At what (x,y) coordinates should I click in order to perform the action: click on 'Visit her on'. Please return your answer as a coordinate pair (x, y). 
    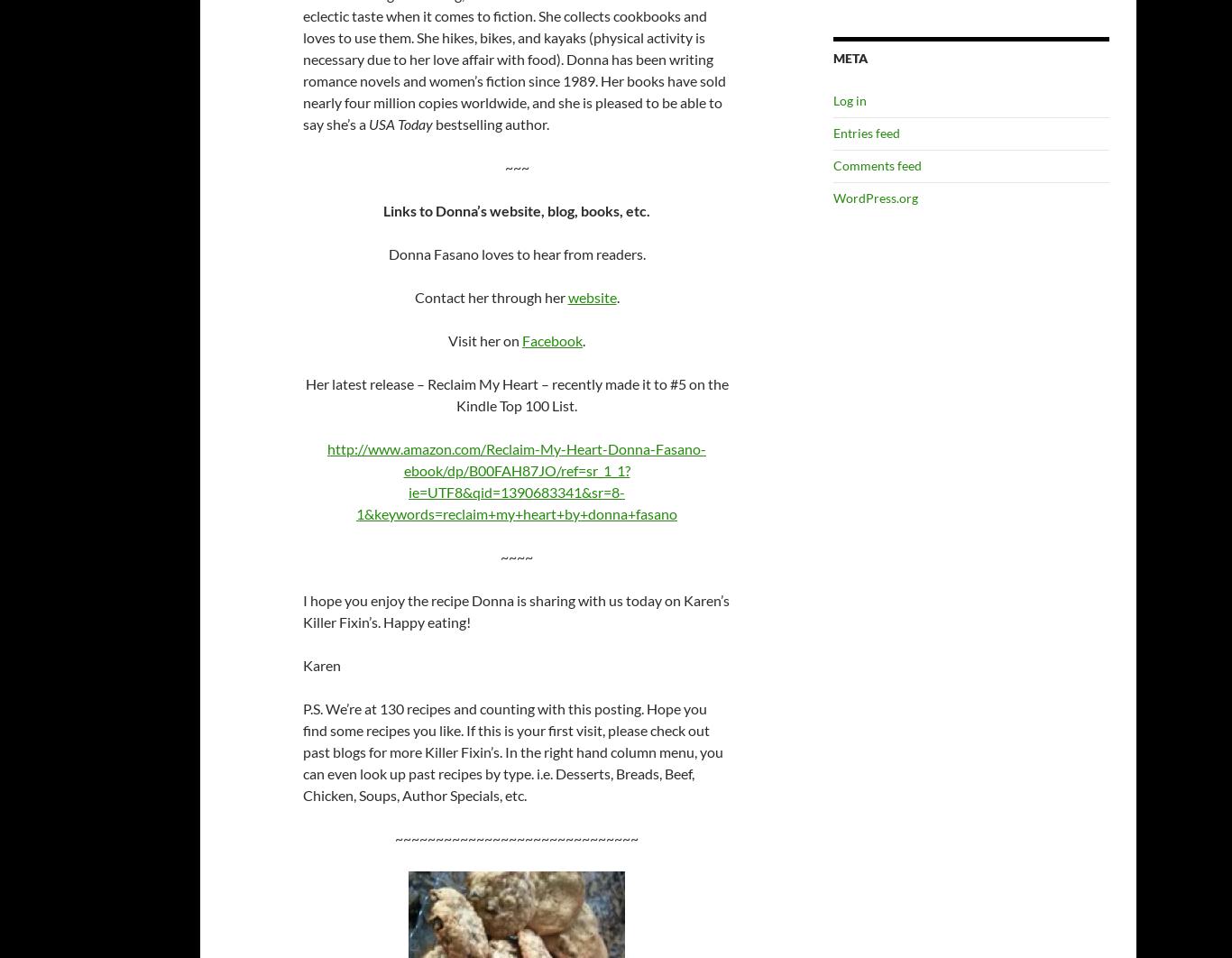
    Looking at the image, I should click on (485, 339).